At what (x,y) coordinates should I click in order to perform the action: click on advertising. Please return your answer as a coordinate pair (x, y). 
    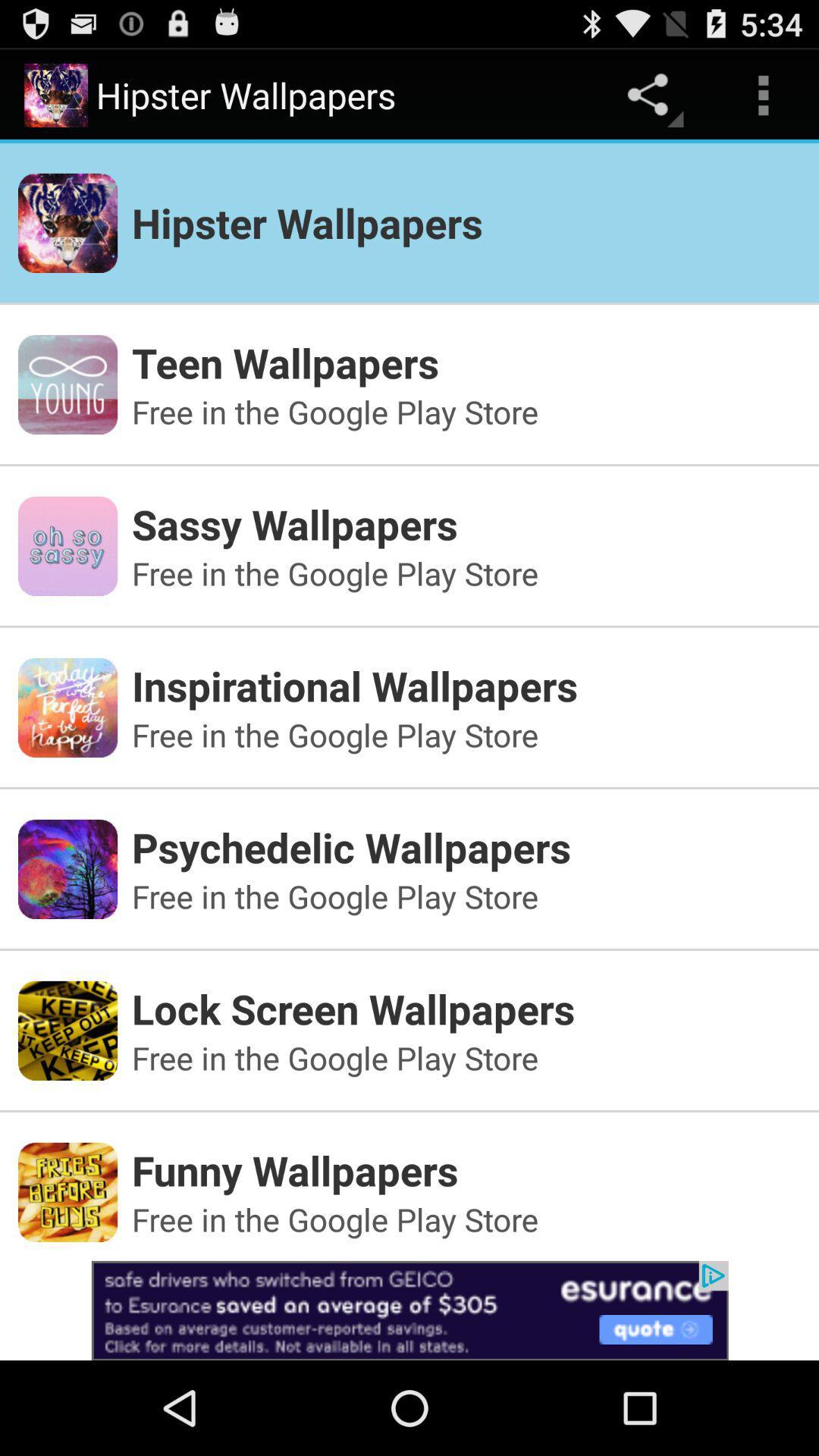
    Looking at the image, I should click on (409, 1310).